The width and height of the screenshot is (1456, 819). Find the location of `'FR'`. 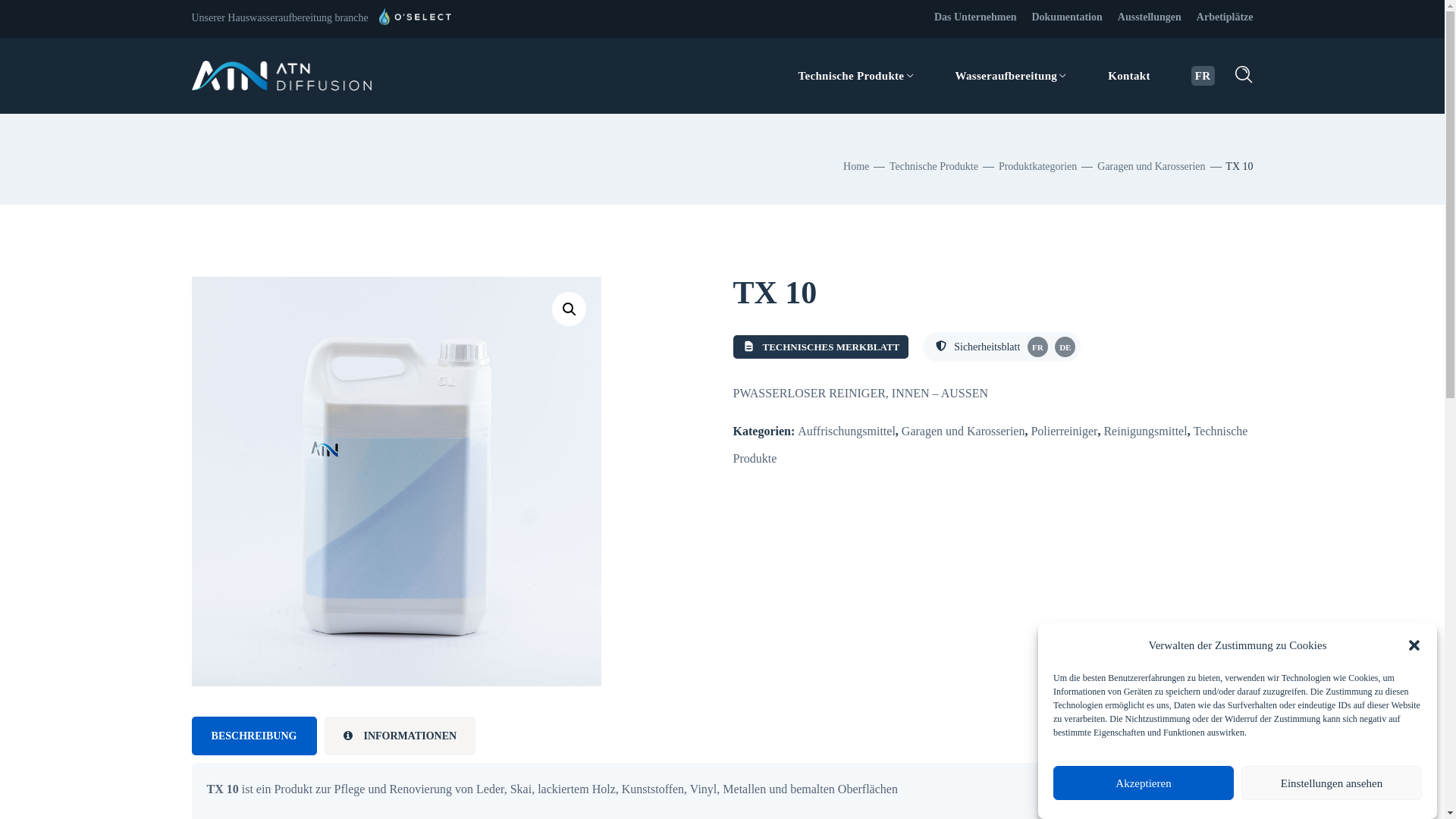

'FR' is located at coordinates (1037, 347).